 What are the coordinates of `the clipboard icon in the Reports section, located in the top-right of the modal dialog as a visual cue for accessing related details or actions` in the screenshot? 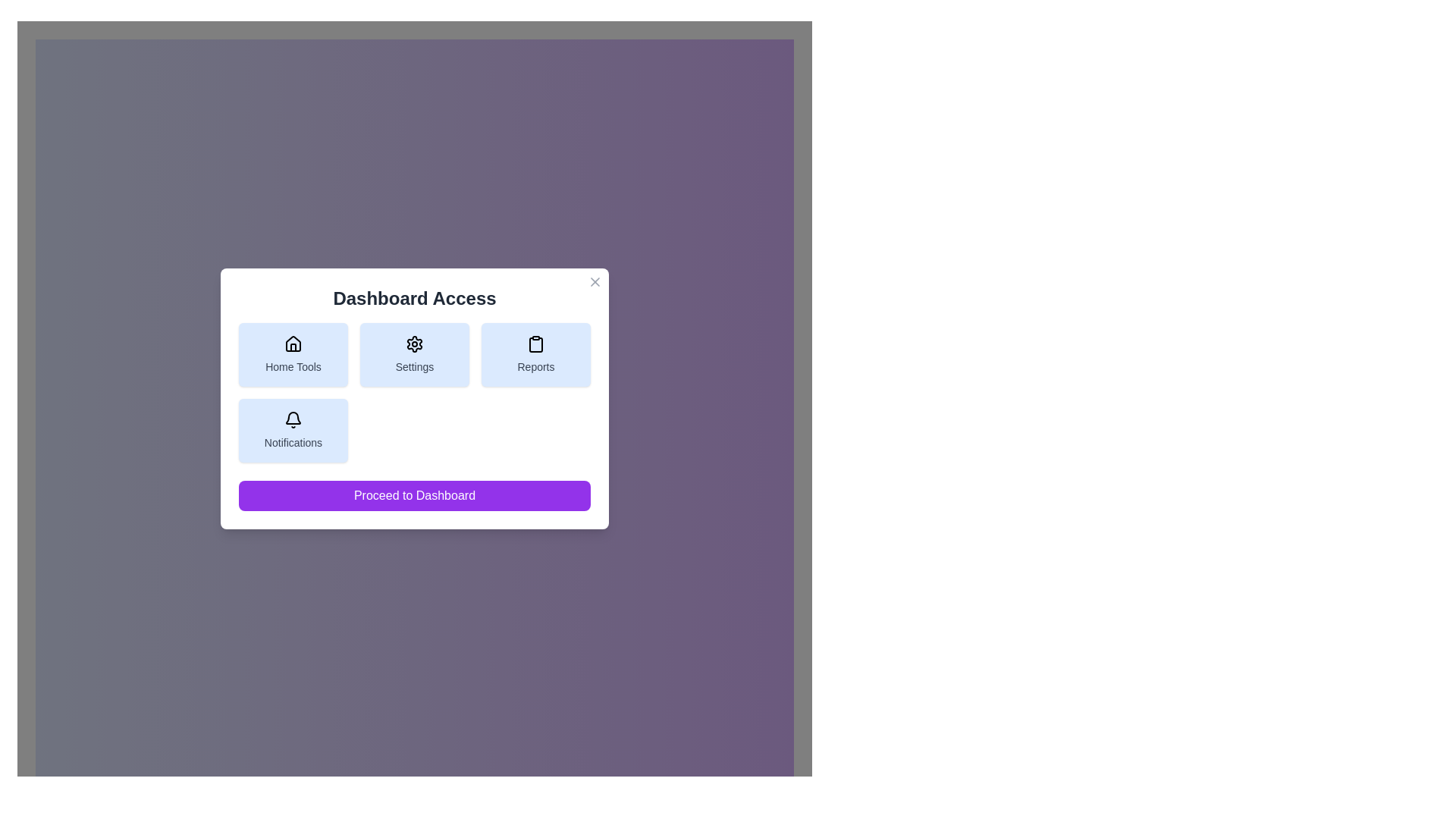 It's located at (535, 345).